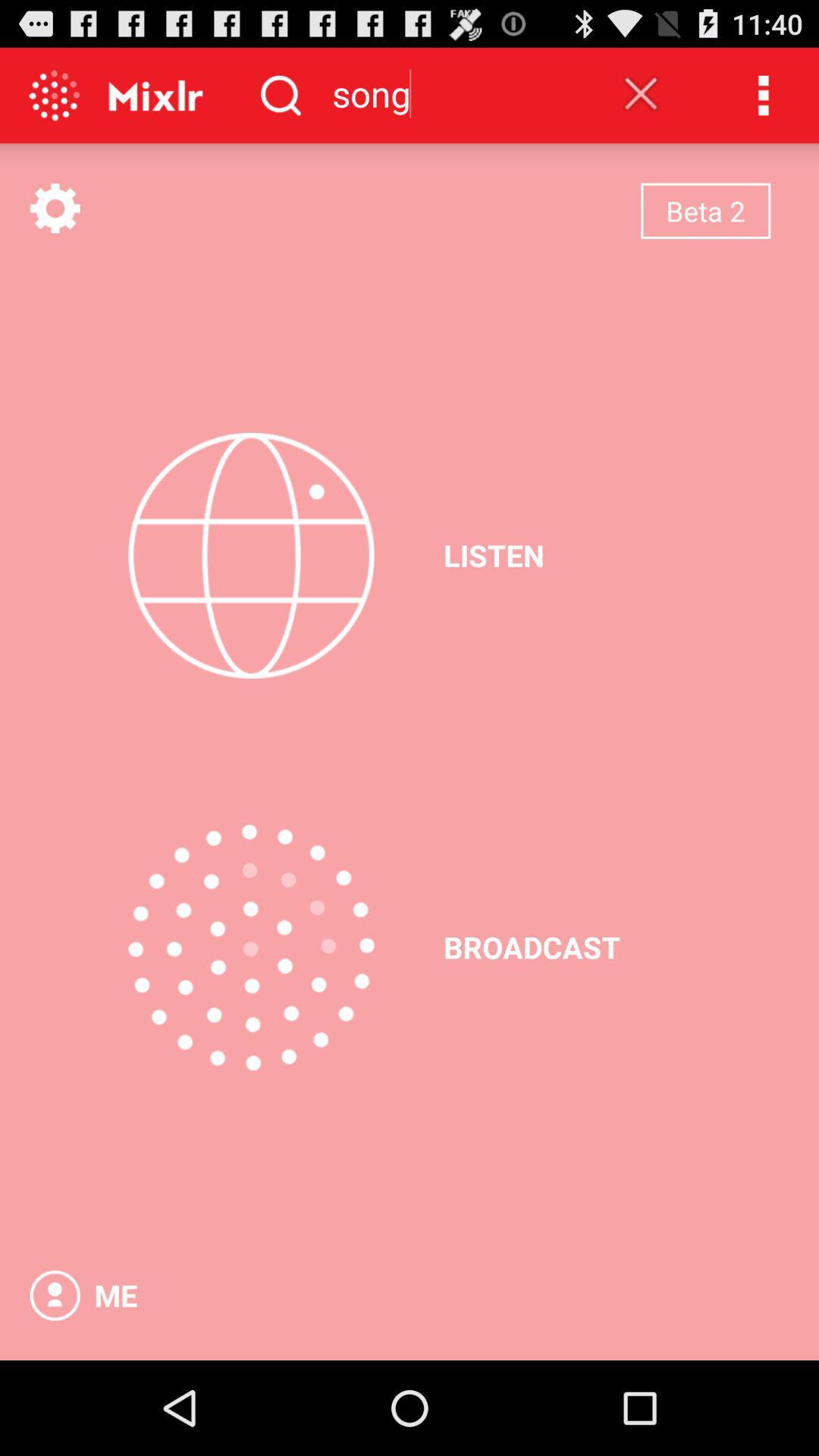  I want to click on the avatar icon, so click(54, 1386).